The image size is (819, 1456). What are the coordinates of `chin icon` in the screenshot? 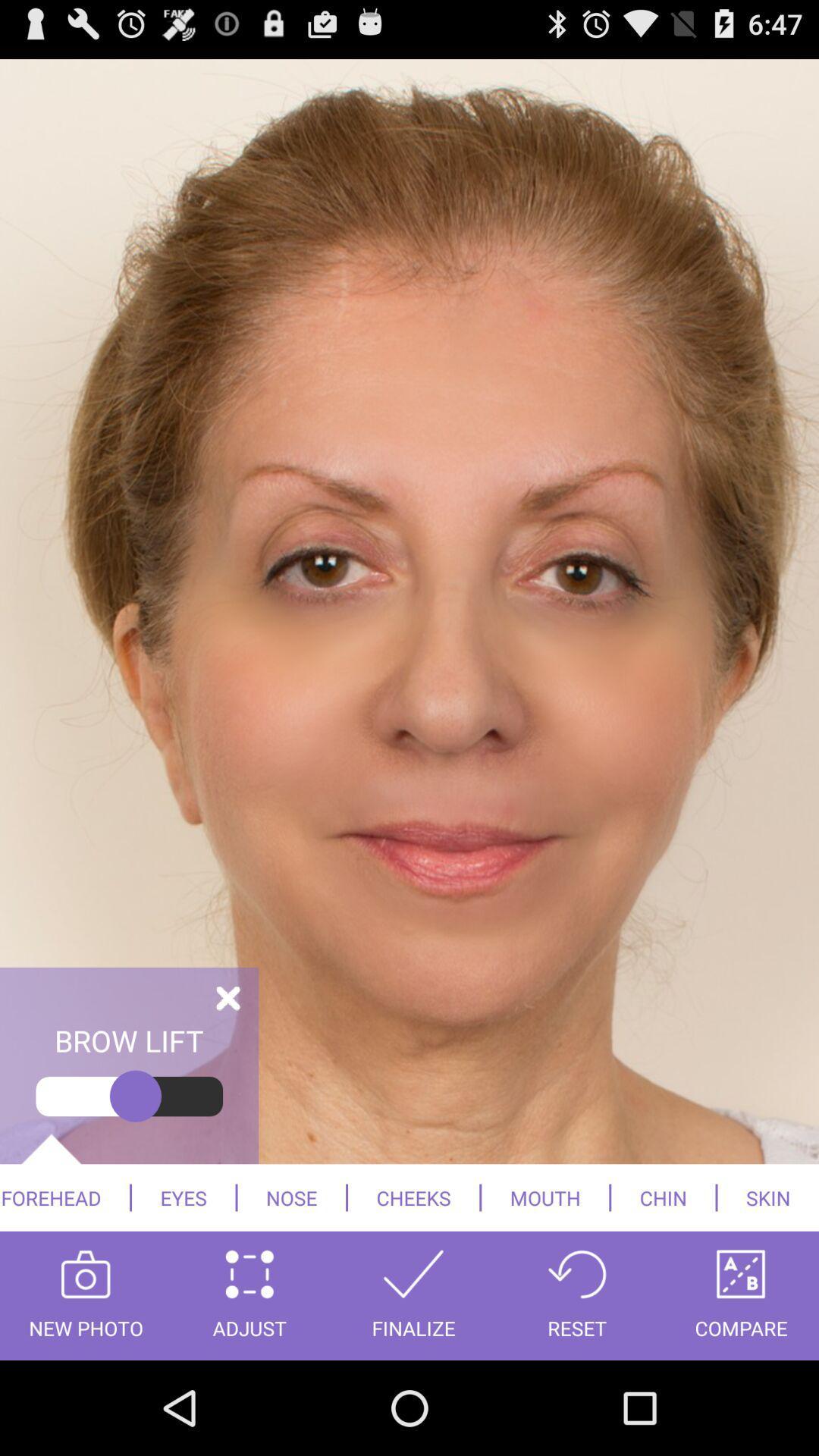 It's located at (662, 1197).